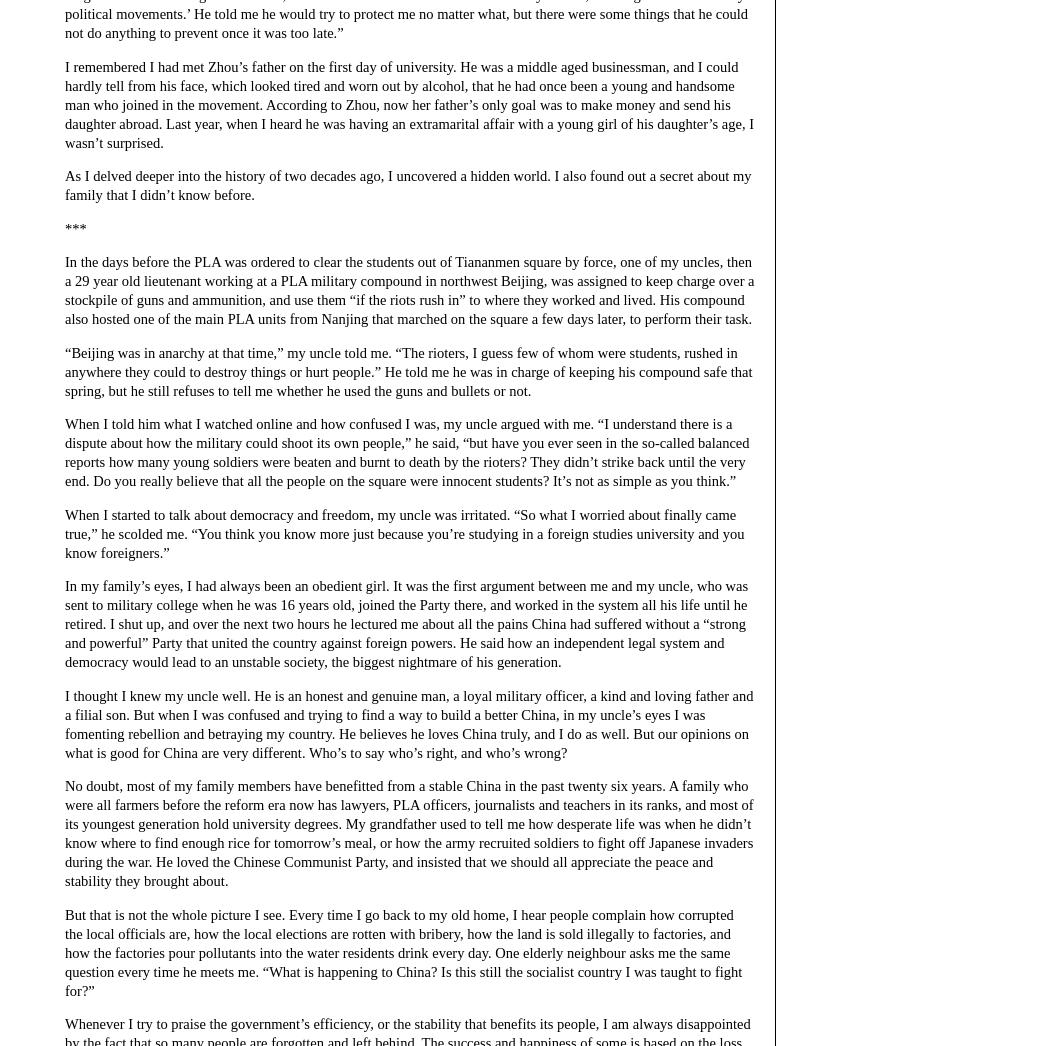 The width and height of the screenshot is (1050, 1046). I want to click on 'When I started to talk about democracy and freedom, my uncle was irritated. “So what I worried about finally came true,” he scolded me. “You think you know more just because you’re studying in a foreign studies university and you know foreigners.”', so click(404, 532).